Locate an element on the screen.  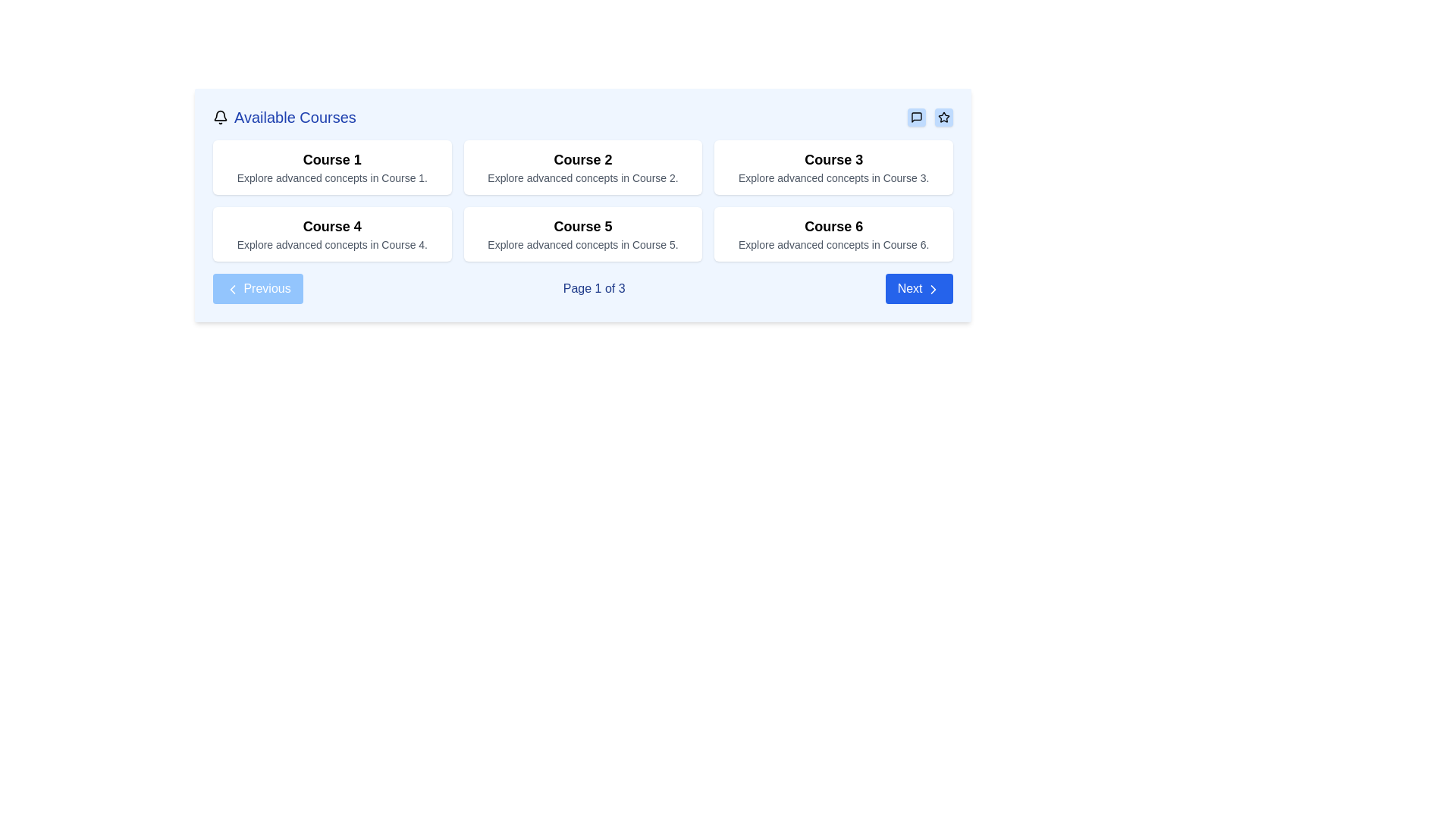
the second course card titled 'Course 2' which contains a description 'Explore advanced concepts in Course 2.' is located at coordinates (582, 167).